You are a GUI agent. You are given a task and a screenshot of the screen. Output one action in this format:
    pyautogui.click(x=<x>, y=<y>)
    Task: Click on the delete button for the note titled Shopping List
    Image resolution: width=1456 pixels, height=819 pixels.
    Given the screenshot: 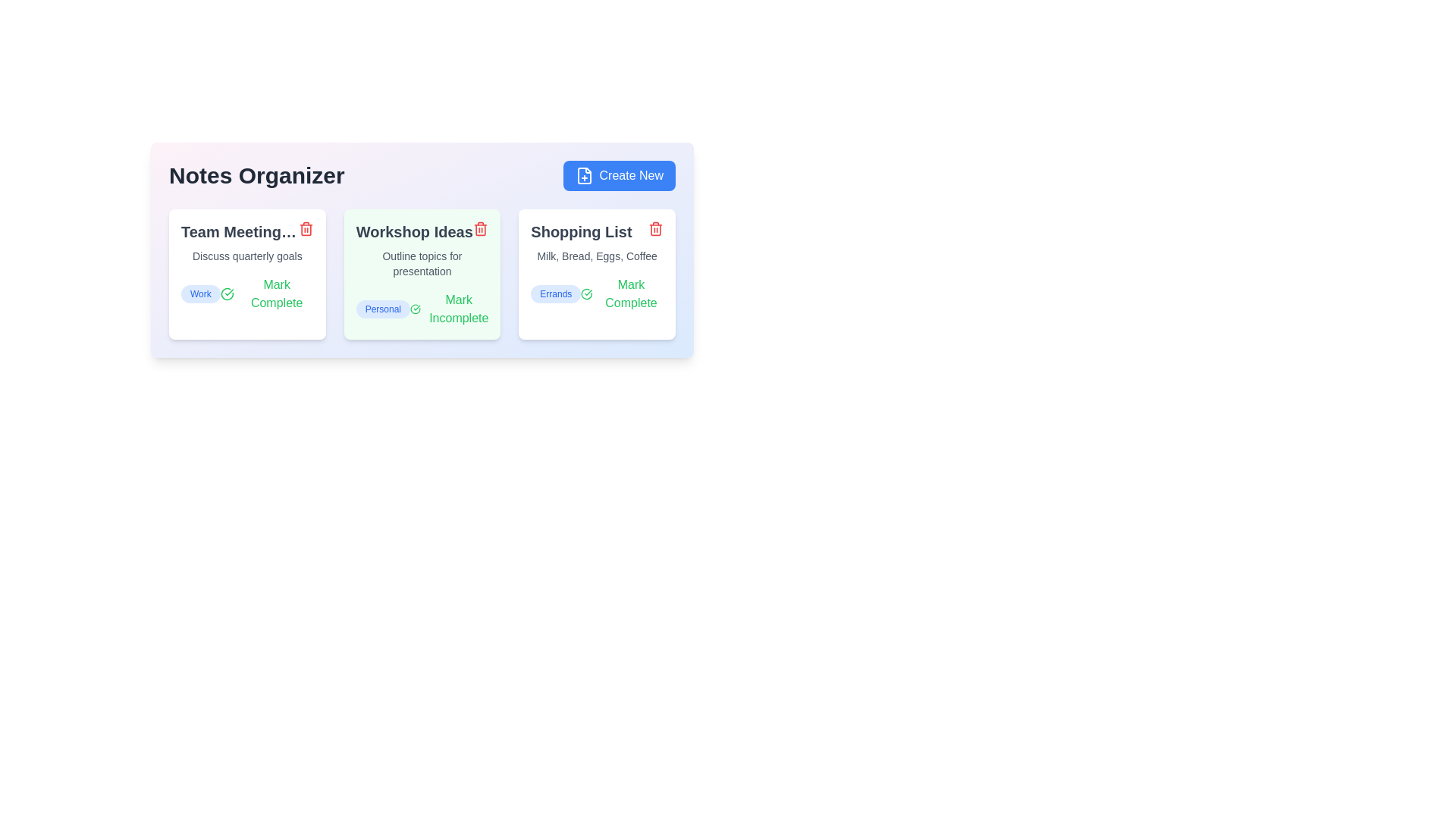 What is the action you would take?
    pyautogui.click(x=655, y=228)
    